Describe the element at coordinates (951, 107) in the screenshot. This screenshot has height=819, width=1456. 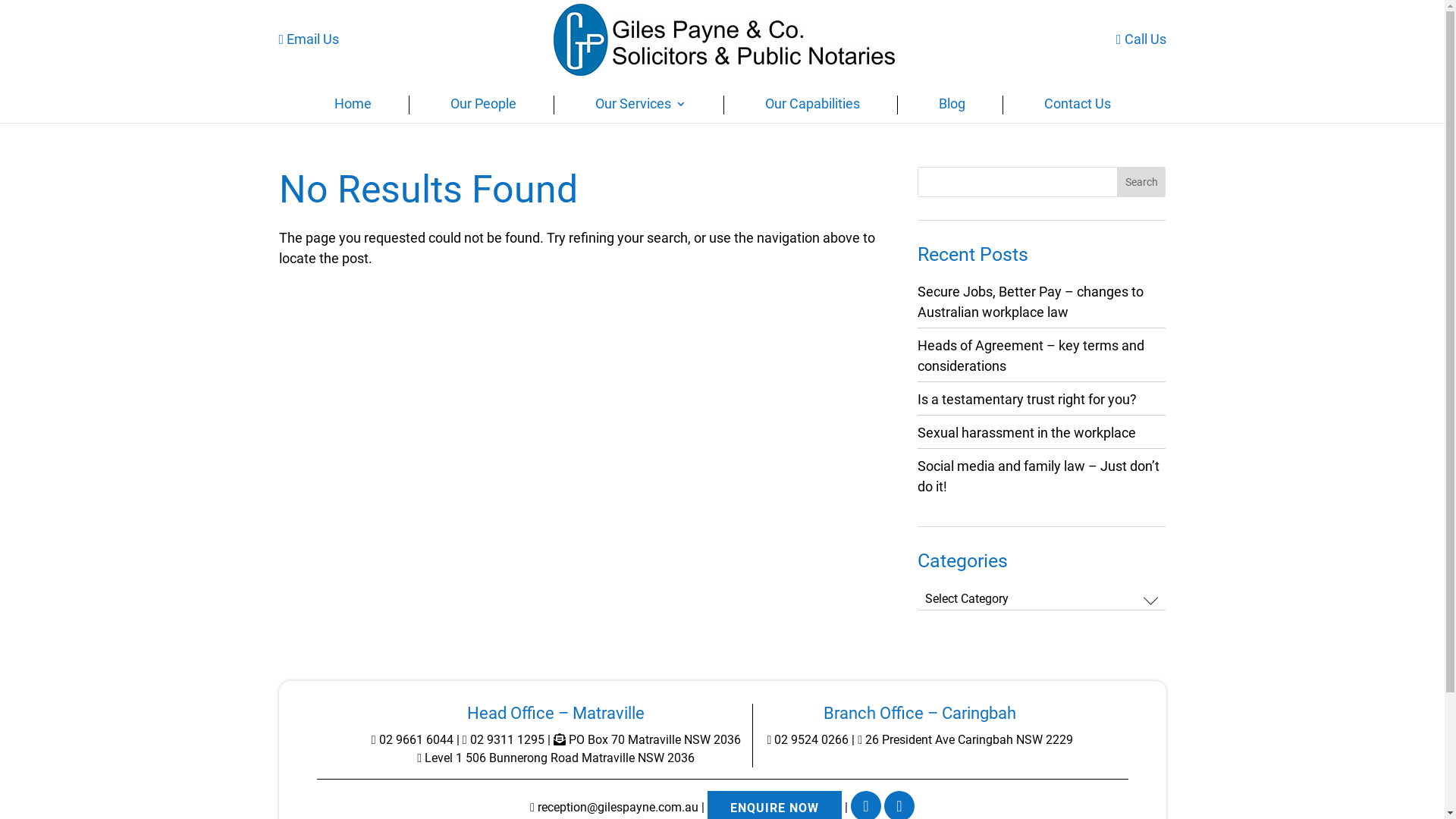
I see `'Blog'` at that location.